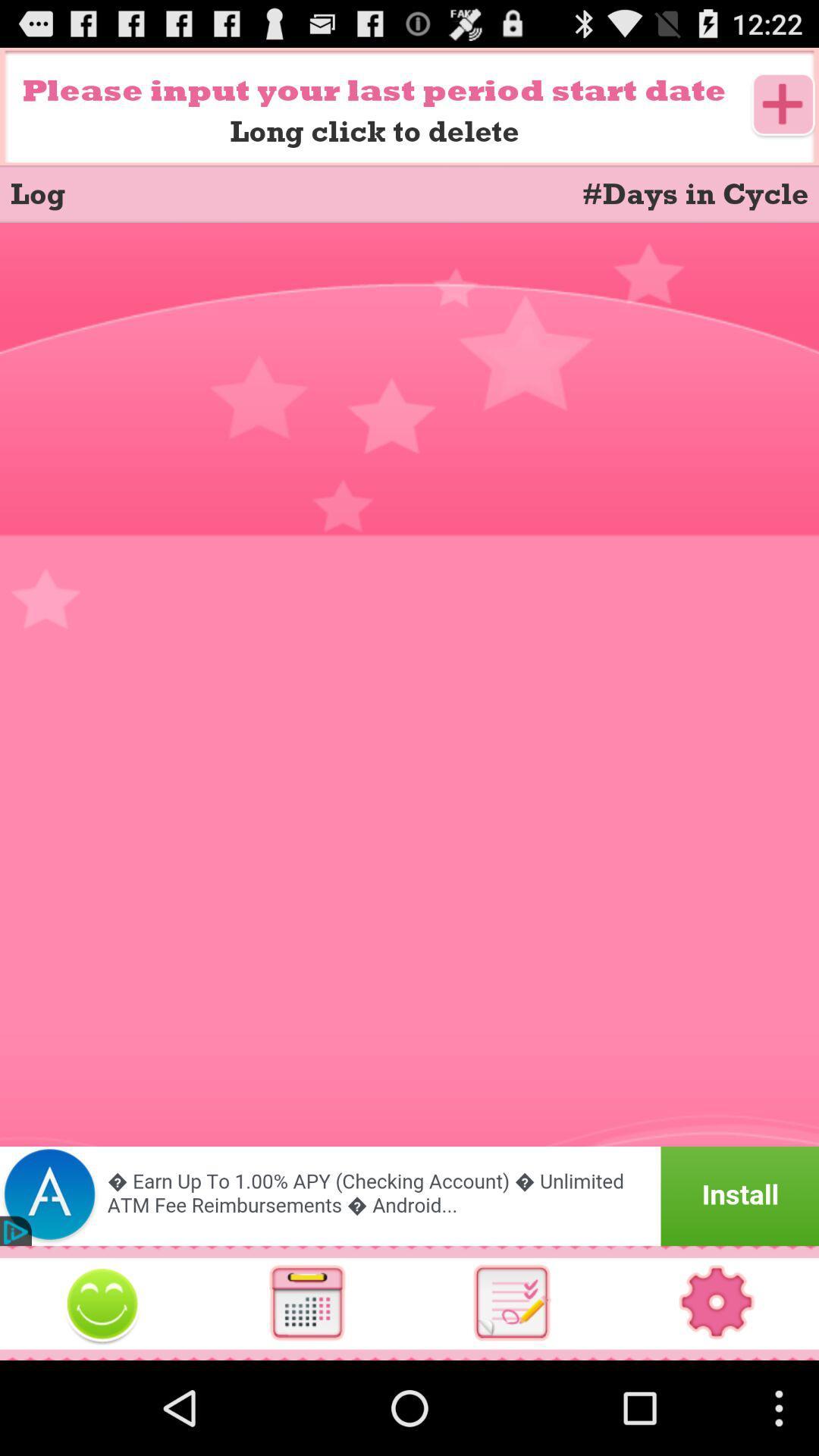 This screenshot has width=819, height=1456. What do you see at coordinates (307, 1302) in the screenshot?
I see `see calendar` at bounding box center [307, 1302].